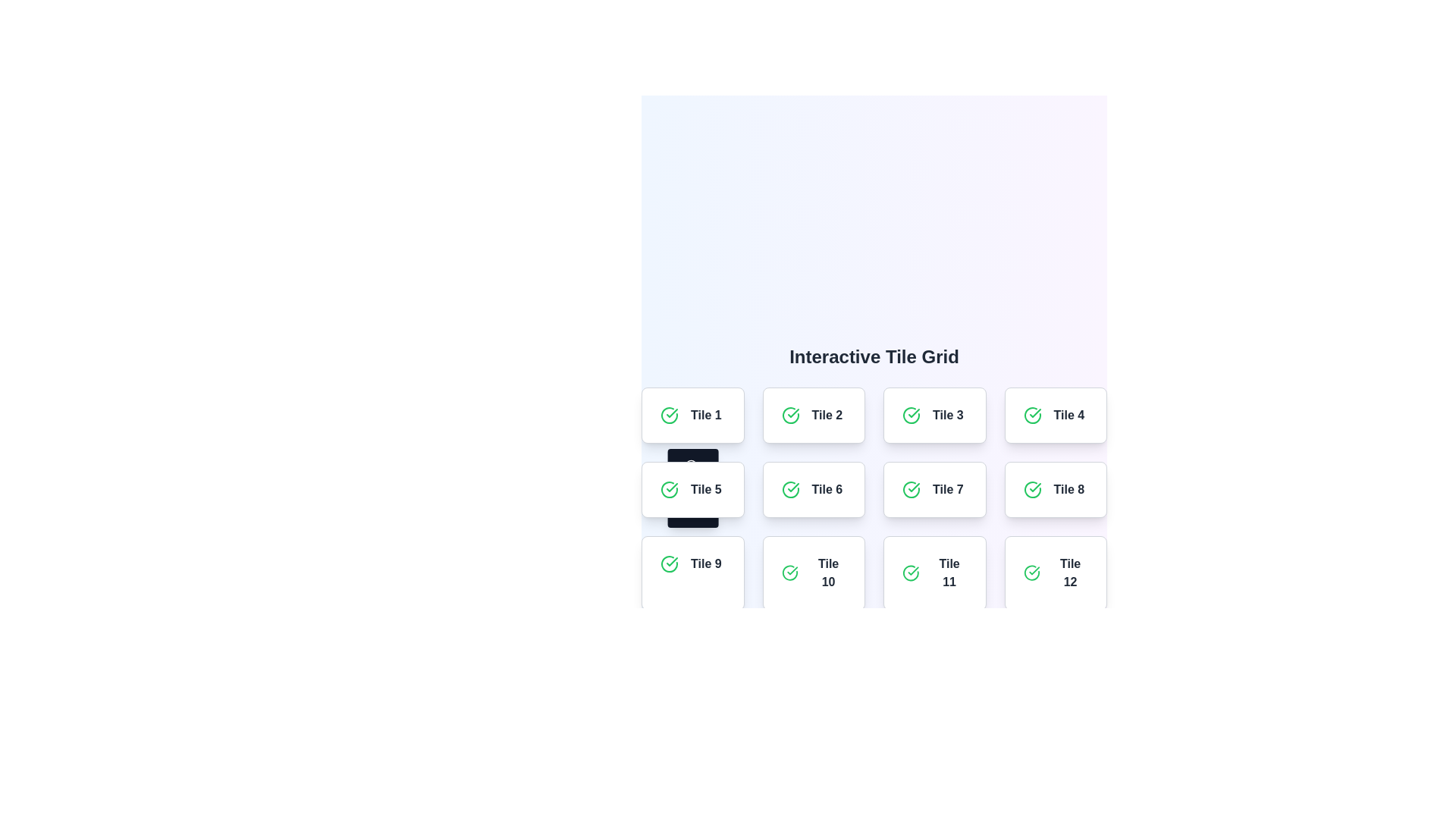 The height and width of the screenshot is (819, 1456). What do you see at coordinates (934, 489) in the screenshot?
I see `the tile UI component labeled 'Tile 7' which features a bold text and a green circular icon with a checkmark` at bounding box center [934, 489].